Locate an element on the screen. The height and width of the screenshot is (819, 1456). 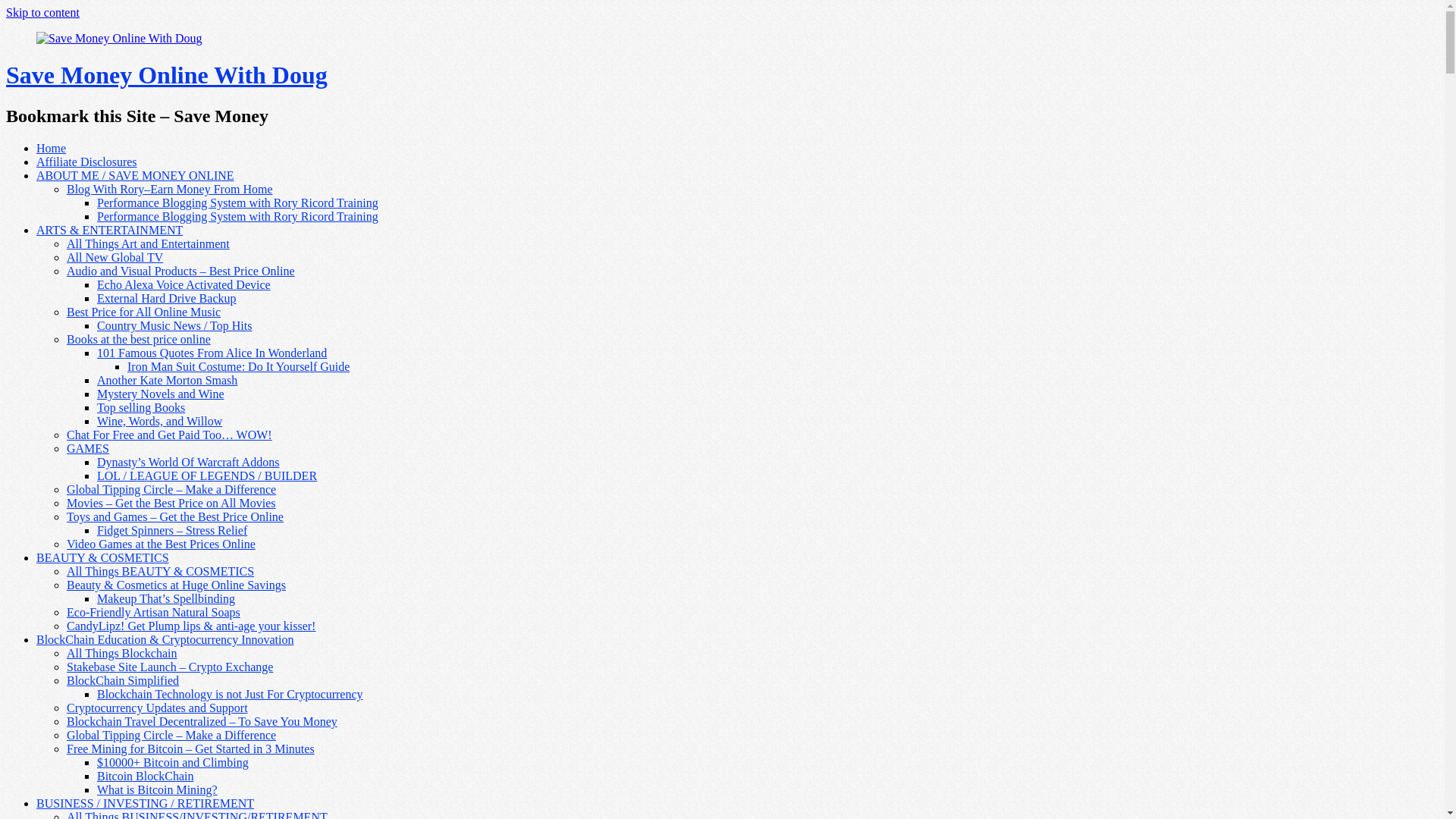
'Video Games at the Best Prices Online' is located at coordinates (161, 543).